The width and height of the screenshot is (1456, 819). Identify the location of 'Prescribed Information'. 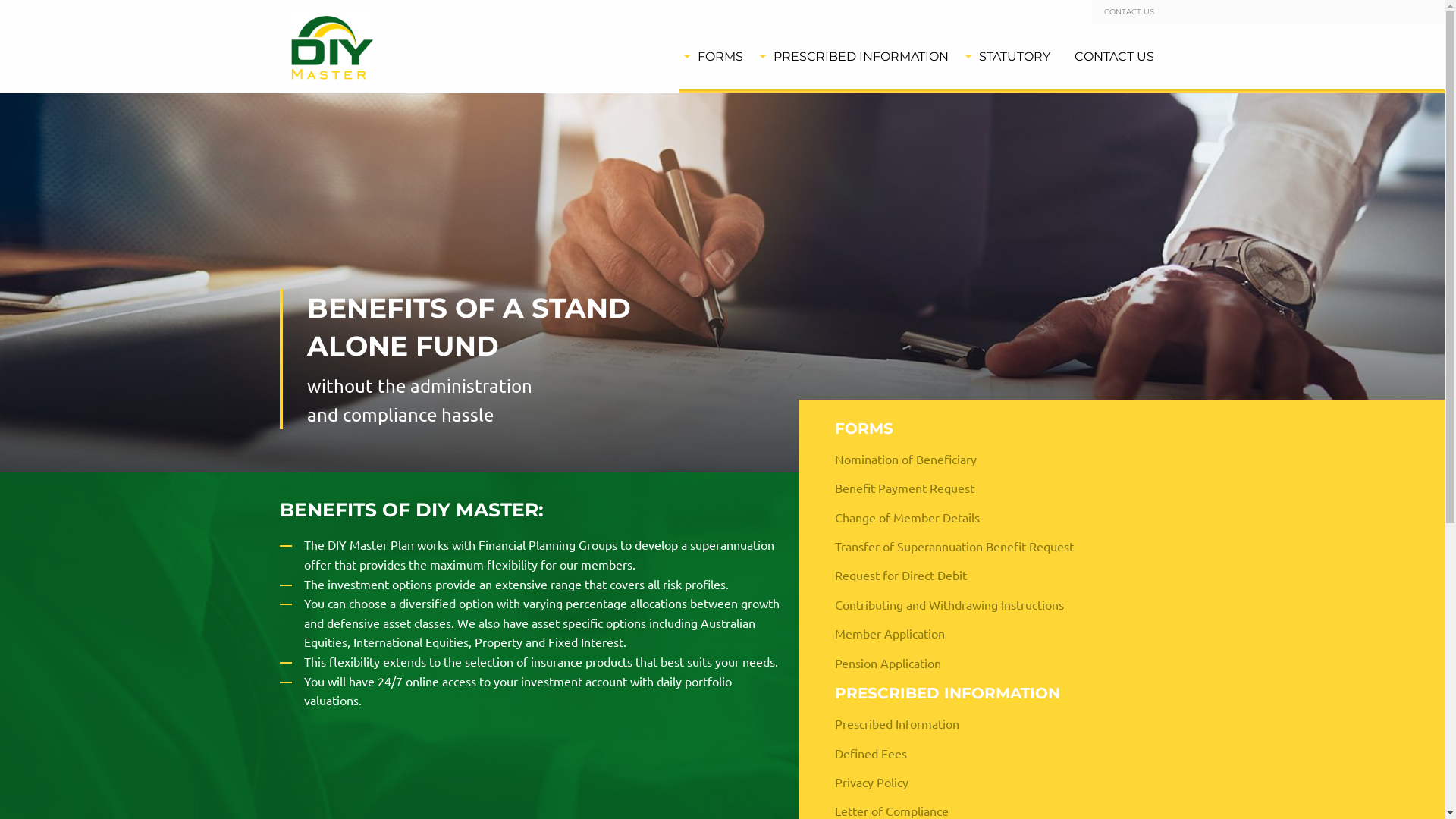
(821, 722).